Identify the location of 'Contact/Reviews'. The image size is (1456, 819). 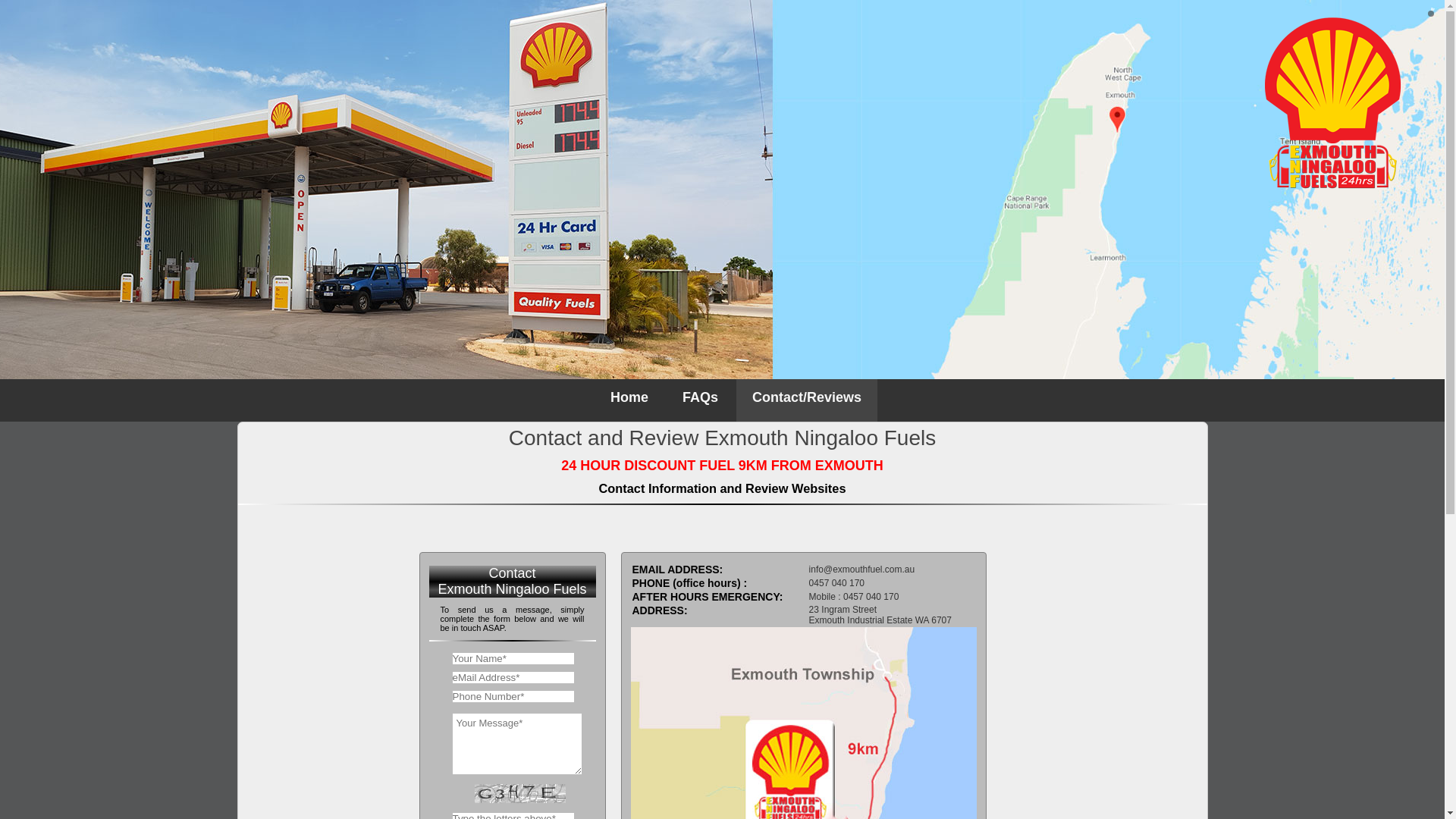
(806, 400).